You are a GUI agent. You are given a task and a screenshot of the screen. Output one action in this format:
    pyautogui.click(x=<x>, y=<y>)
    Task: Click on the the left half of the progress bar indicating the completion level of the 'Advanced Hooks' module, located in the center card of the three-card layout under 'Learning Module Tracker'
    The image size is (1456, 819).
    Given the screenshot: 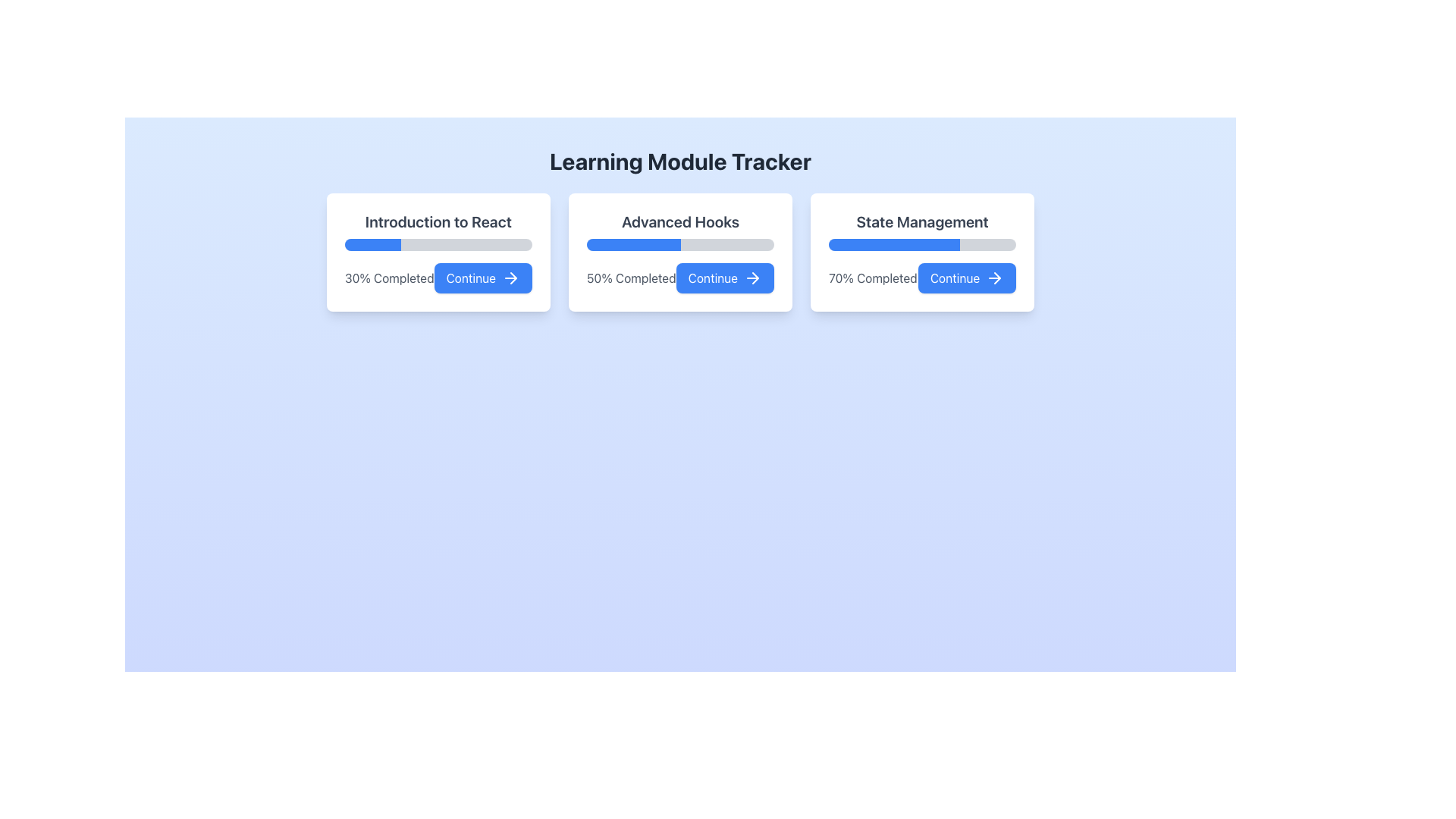 What is the action you would take?
    pyautogui.click(x=633, y=244)
    